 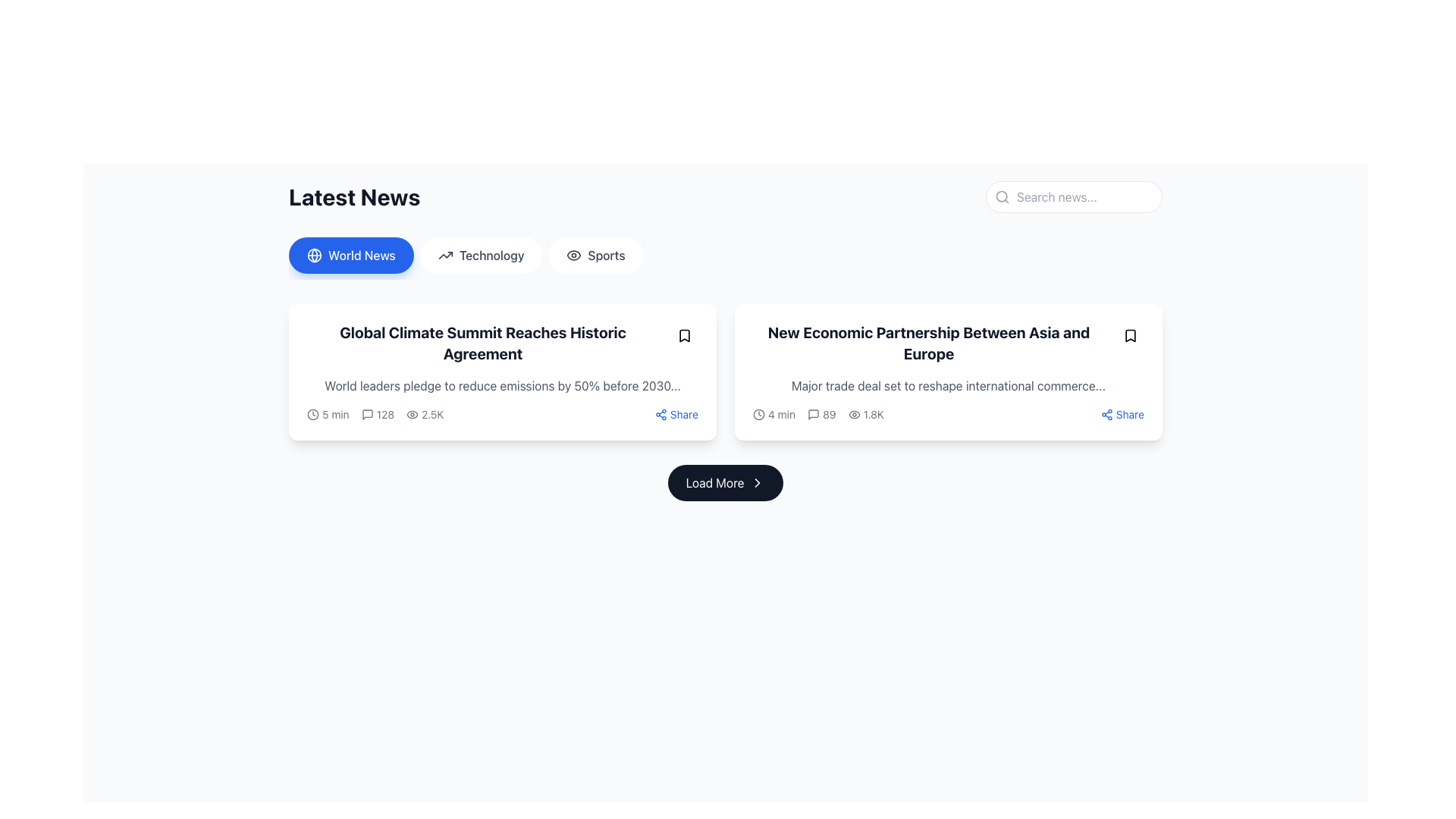 I want to click on the 'Technology' text label within the navigation button located between 'World News' and 'Sports' buttons, so click(x=491, y=254).